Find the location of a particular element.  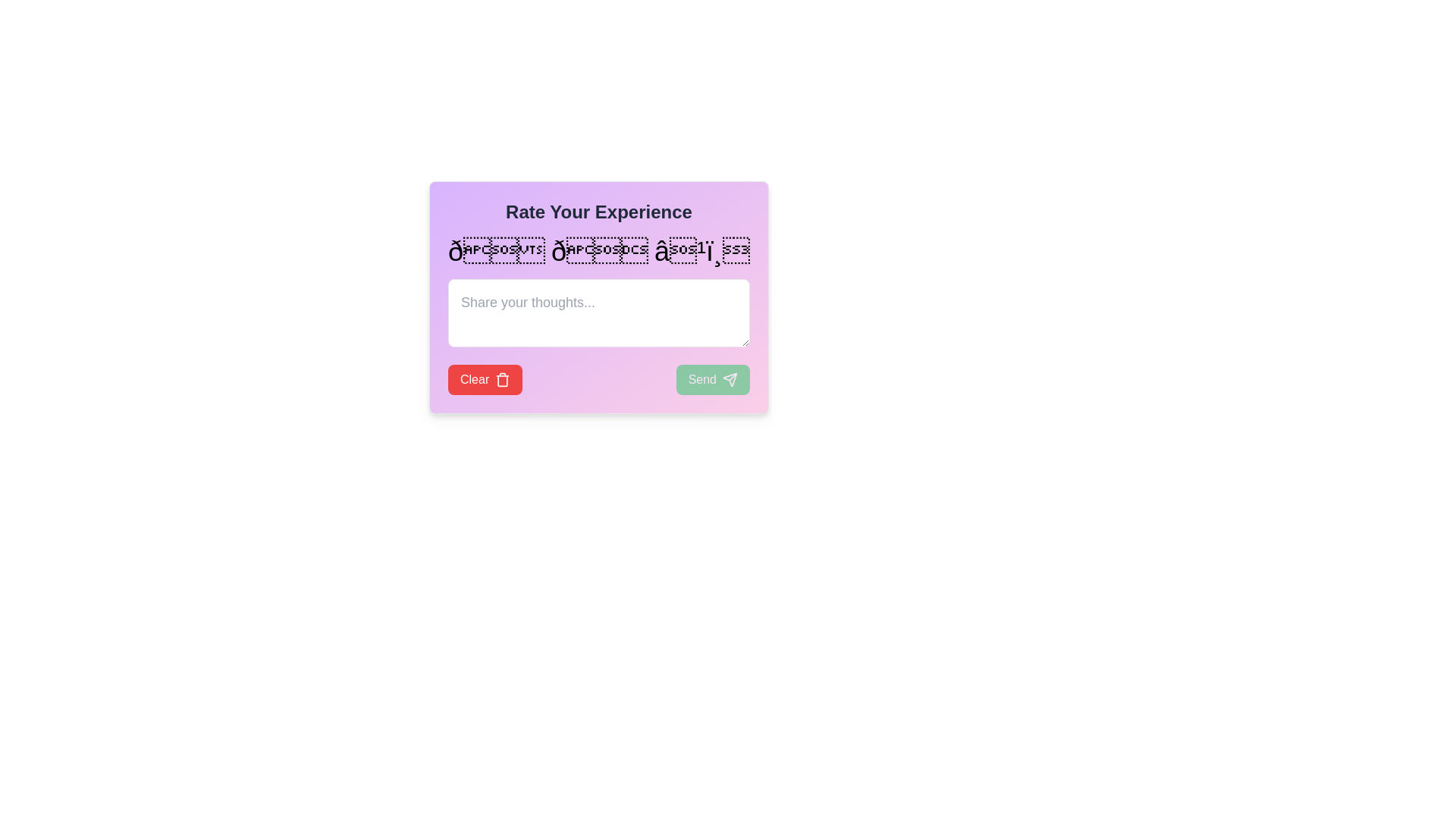

the 'Send' icon, which visually indicates the action of sending or submitting content, located in the bottom-right corner of the user interface dialog box is located at coordinates (730, 379).